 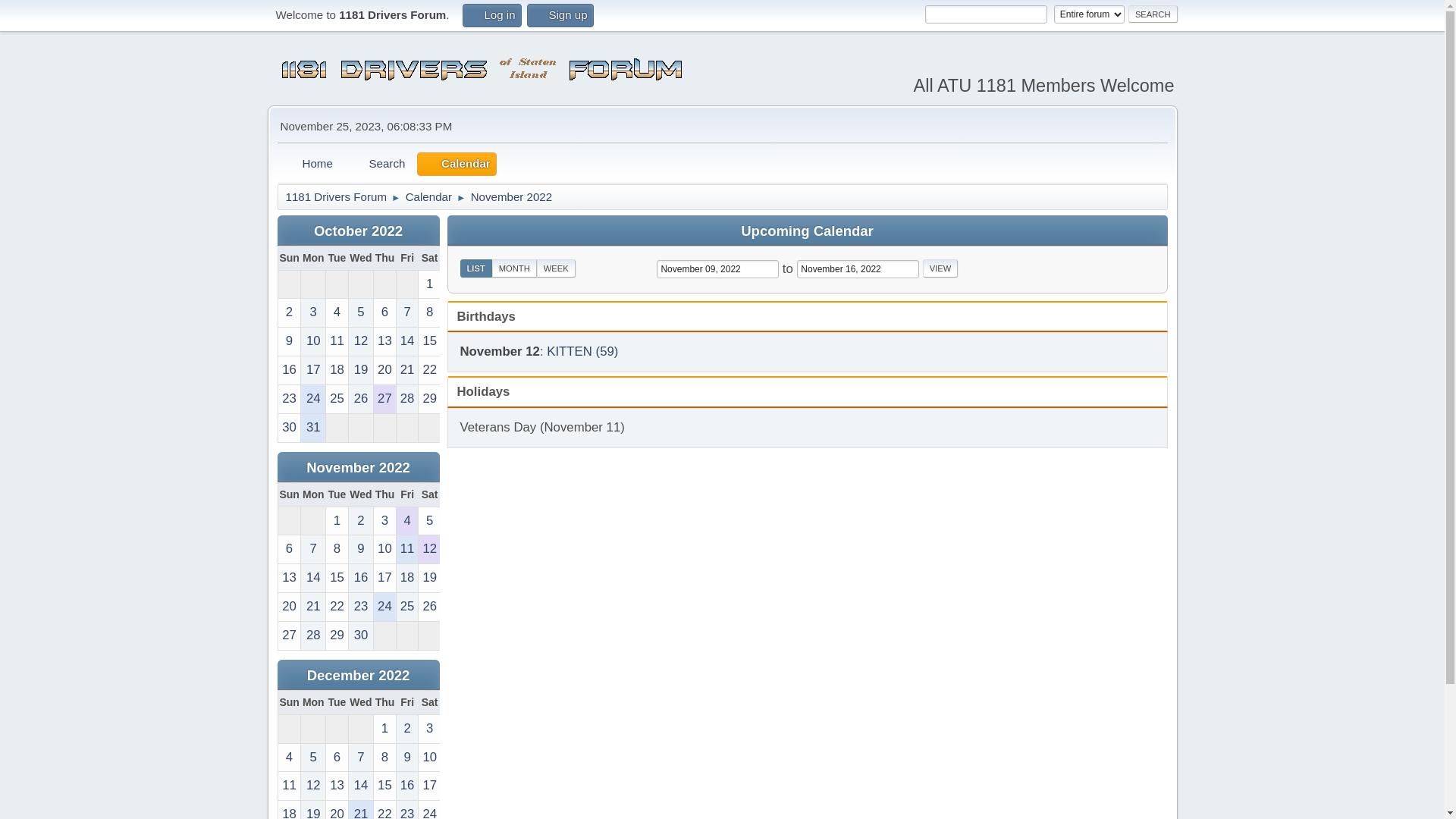 I want to click on '5', so click(x=359, y=312).